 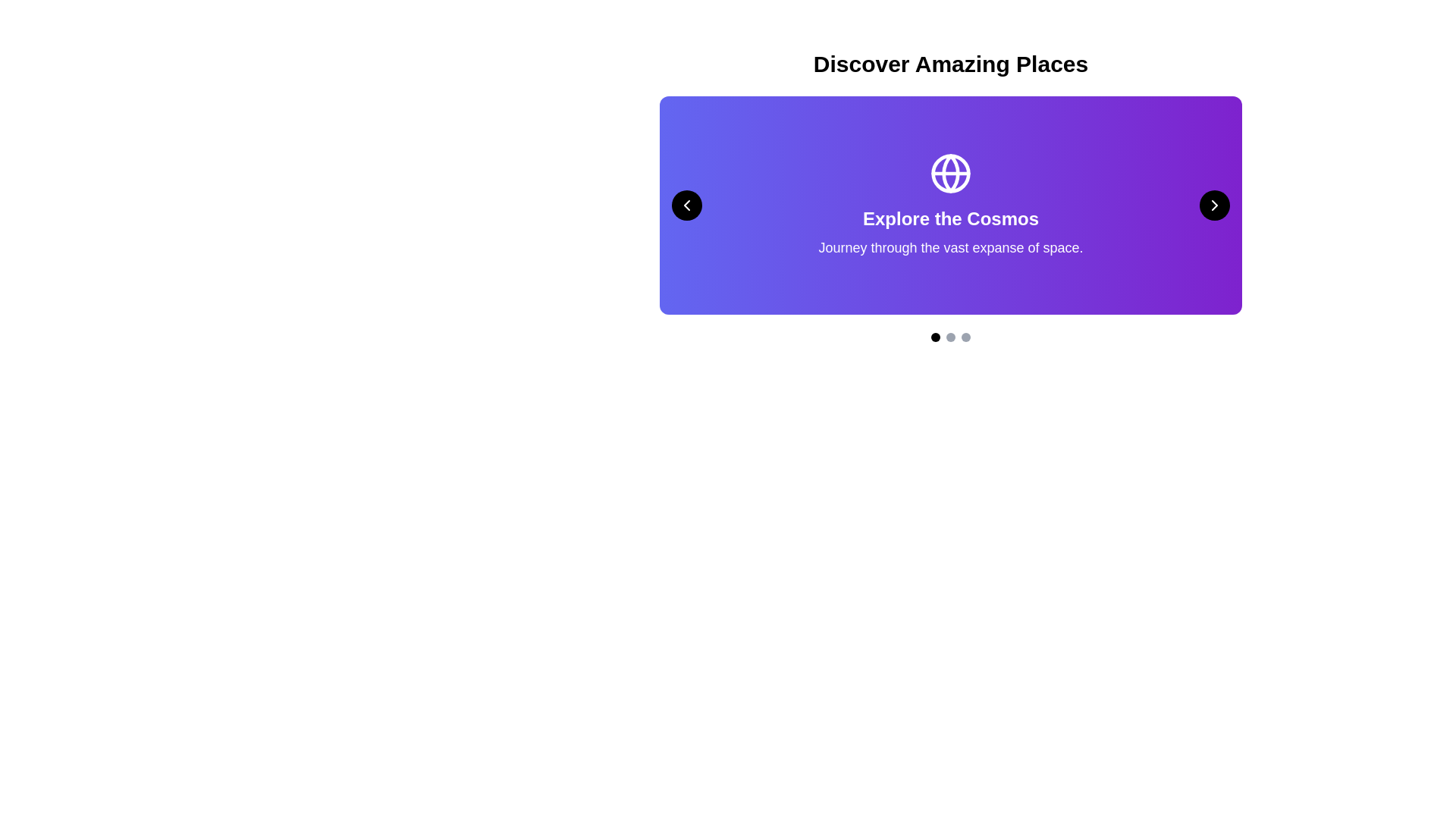 I want to click on the left chevron icon inside the circular button, so click(x=686, y=205).